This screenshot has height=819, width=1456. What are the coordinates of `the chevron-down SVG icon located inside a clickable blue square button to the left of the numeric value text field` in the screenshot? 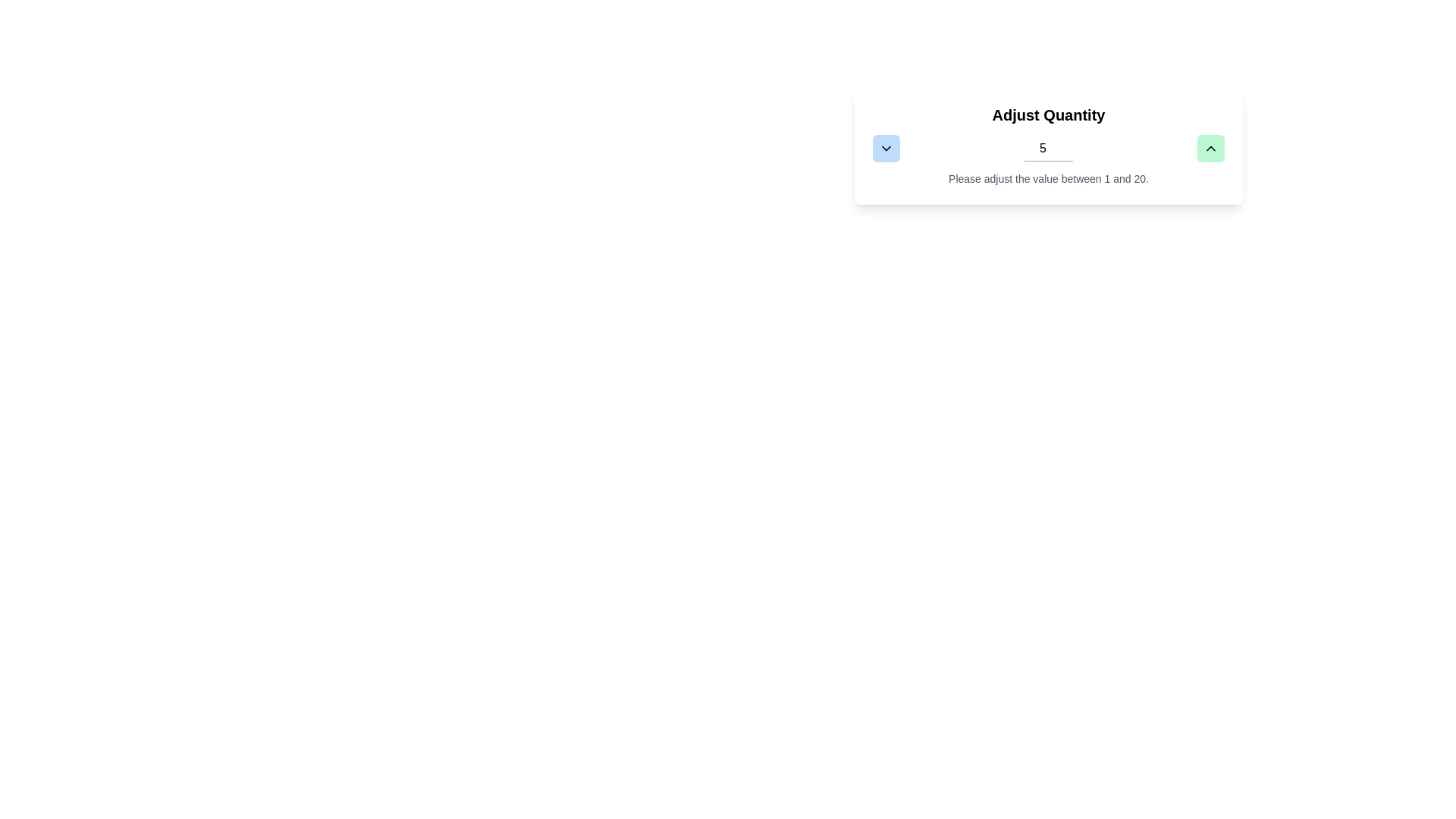 It's located at (886, 149).